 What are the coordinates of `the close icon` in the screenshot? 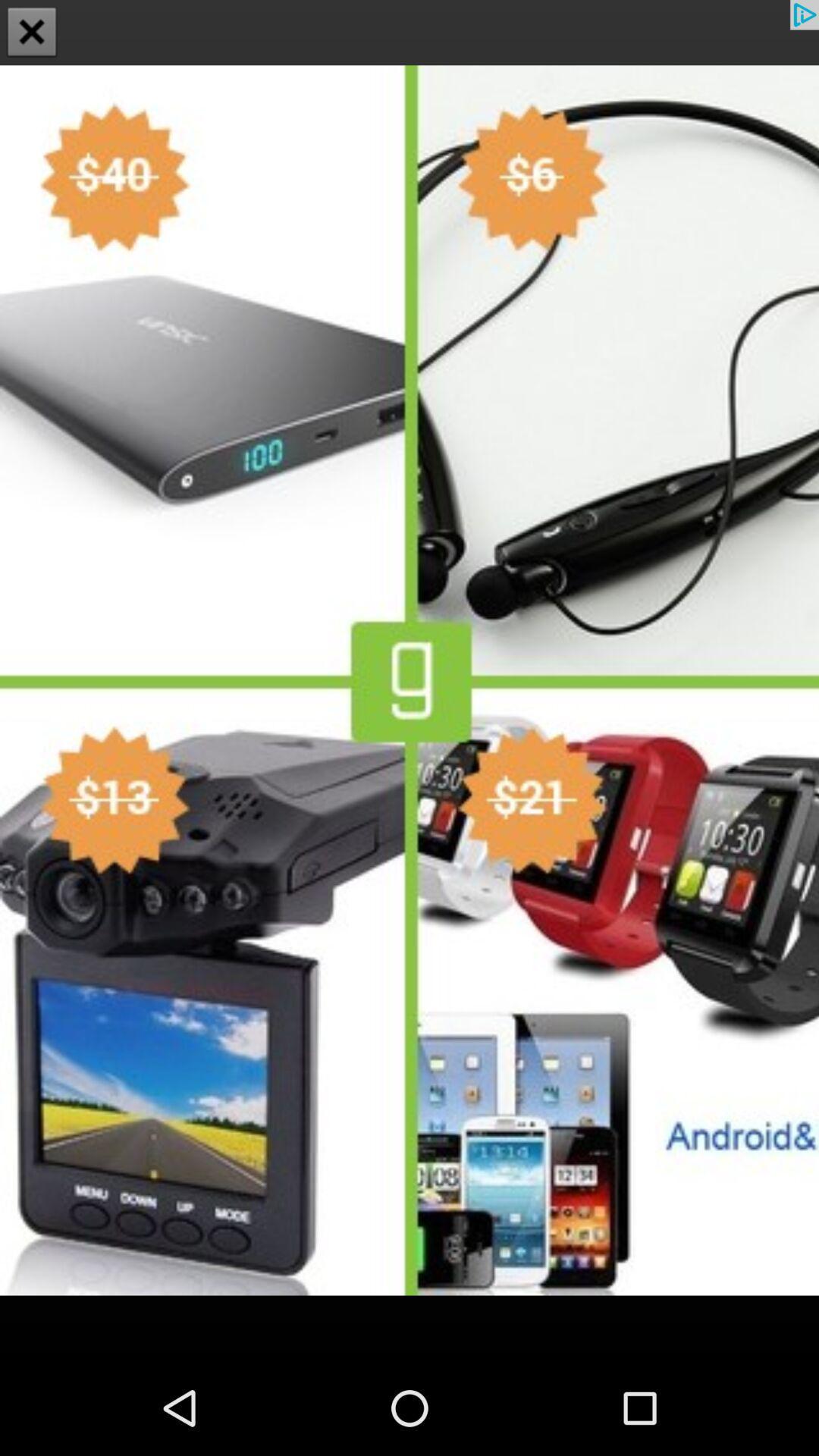 It's located at (32, 33).